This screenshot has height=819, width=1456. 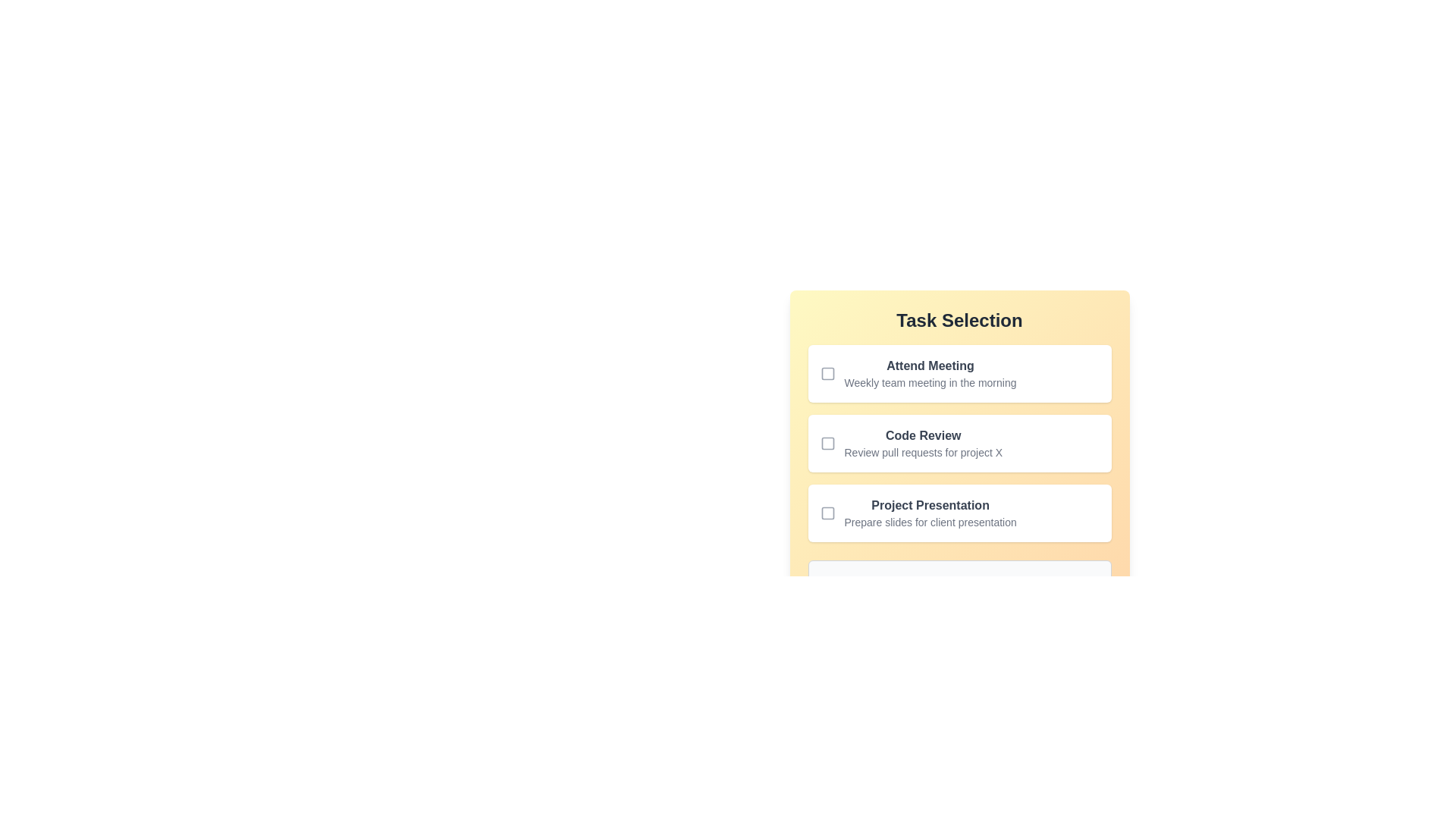 I want to click on the text element reading 'Weekly team meeting in the morning', which is styled in light gray and positioned below the heading 'Attend Meeting', so click(x=930, y=382).